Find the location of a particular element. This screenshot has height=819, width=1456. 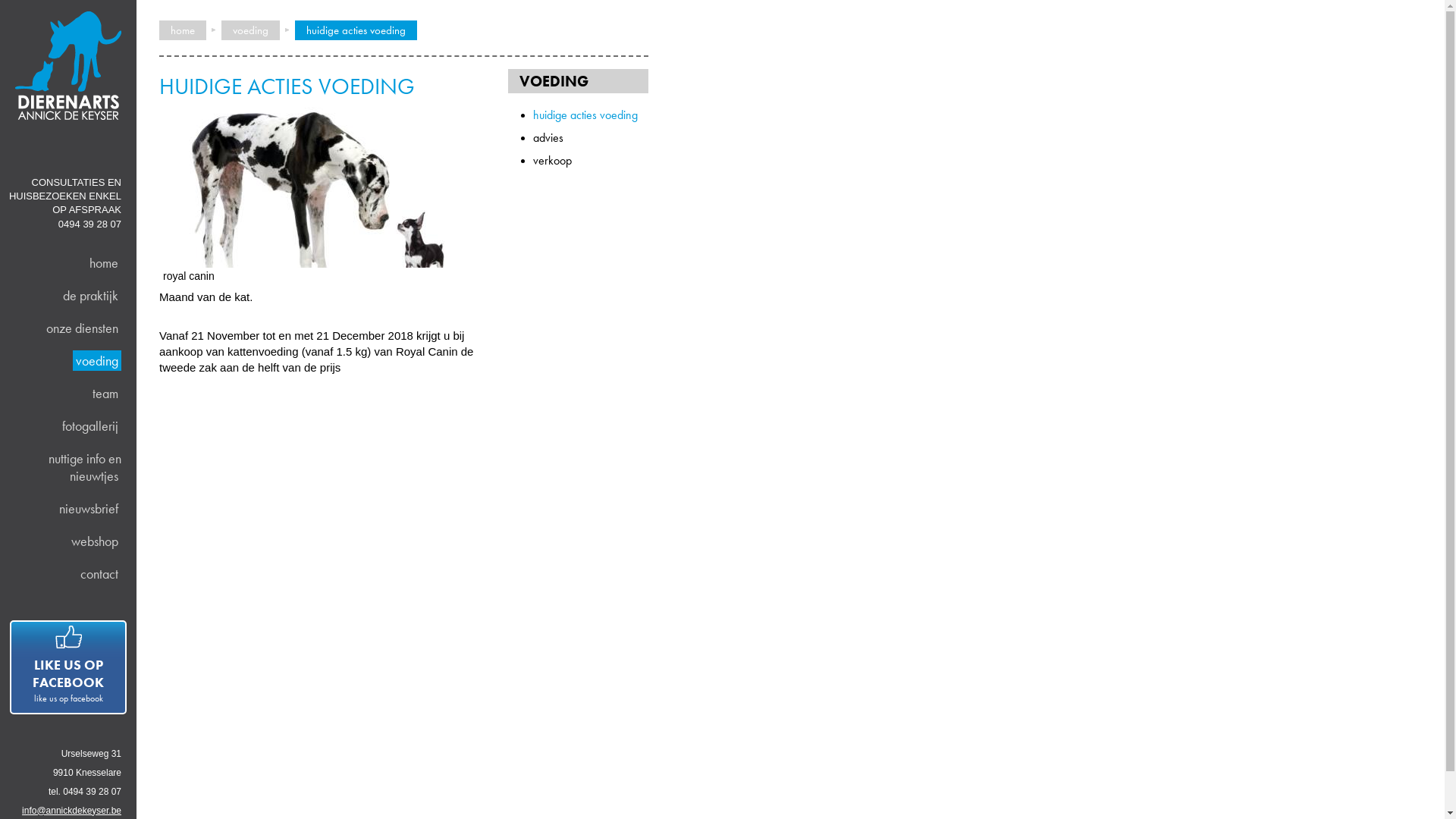

'team' is located at coordinates (105, 392).